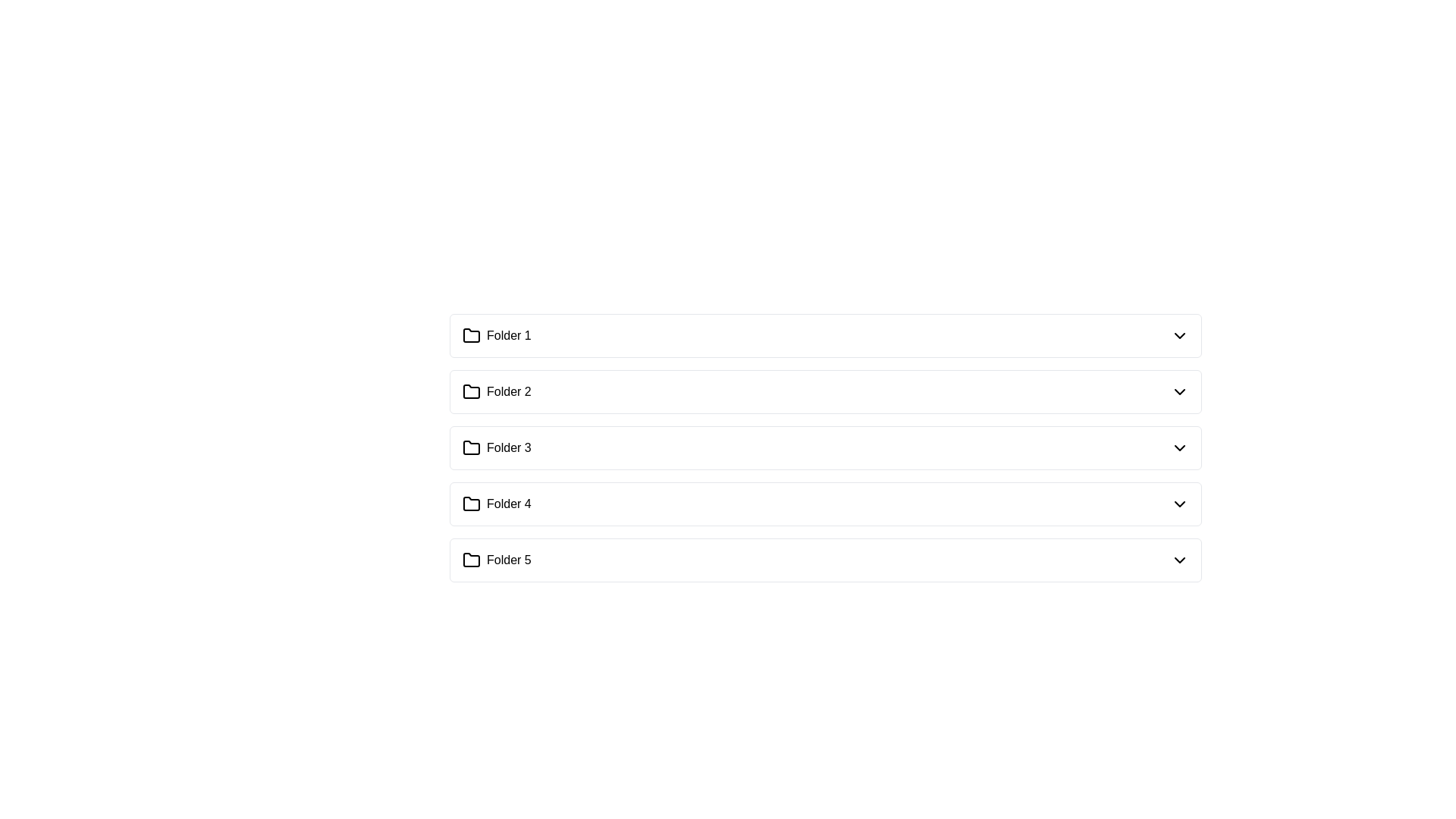  Describe the element at coordinates (509, 391) in the screenshot. I see `the static text label displaying 'Folder 2', which is positioned to the right of a folder icon in a vertically aligned list` at that location.